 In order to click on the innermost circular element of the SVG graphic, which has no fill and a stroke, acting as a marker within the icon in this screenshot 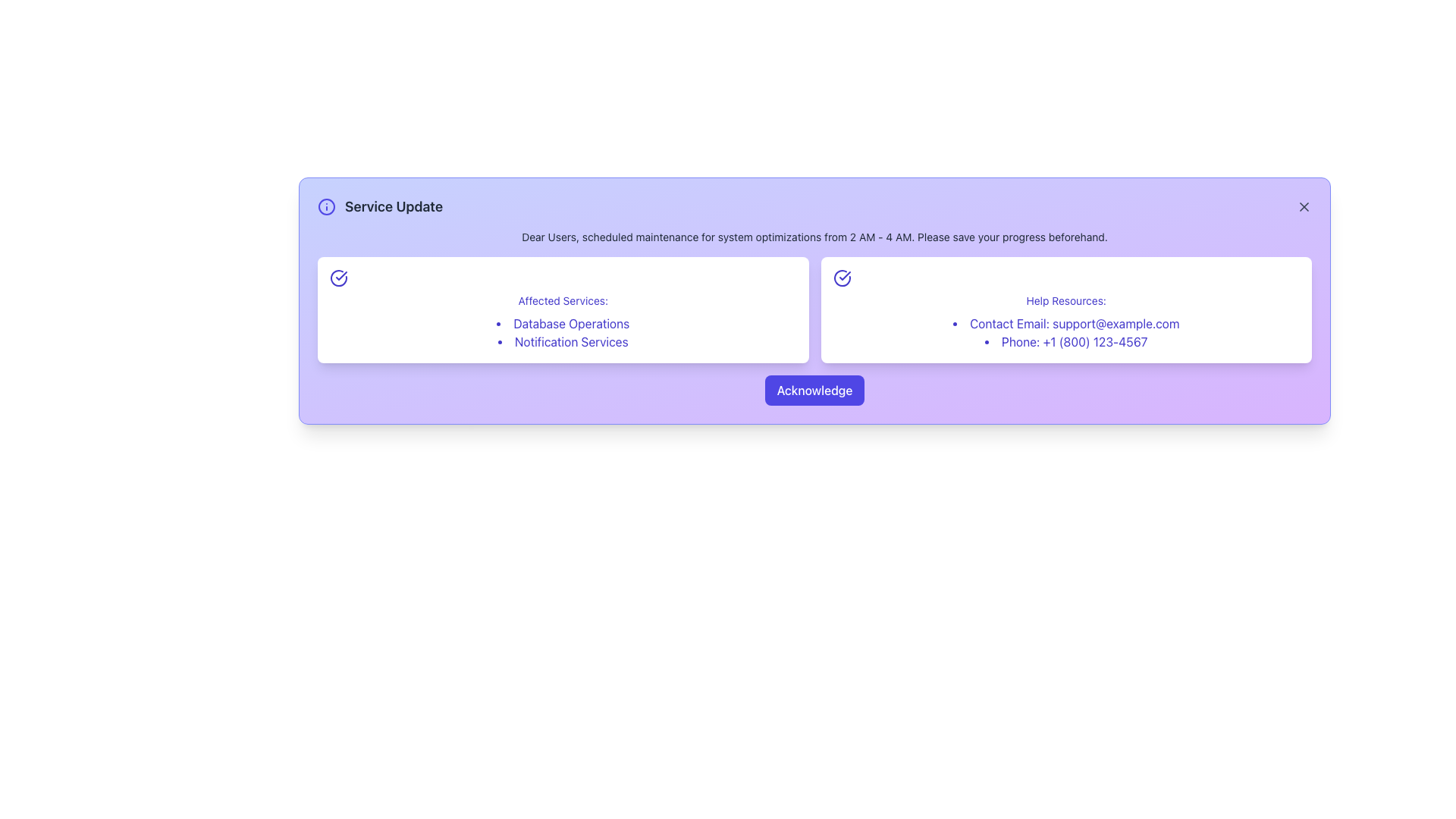, I will do `click(326, 207)`.